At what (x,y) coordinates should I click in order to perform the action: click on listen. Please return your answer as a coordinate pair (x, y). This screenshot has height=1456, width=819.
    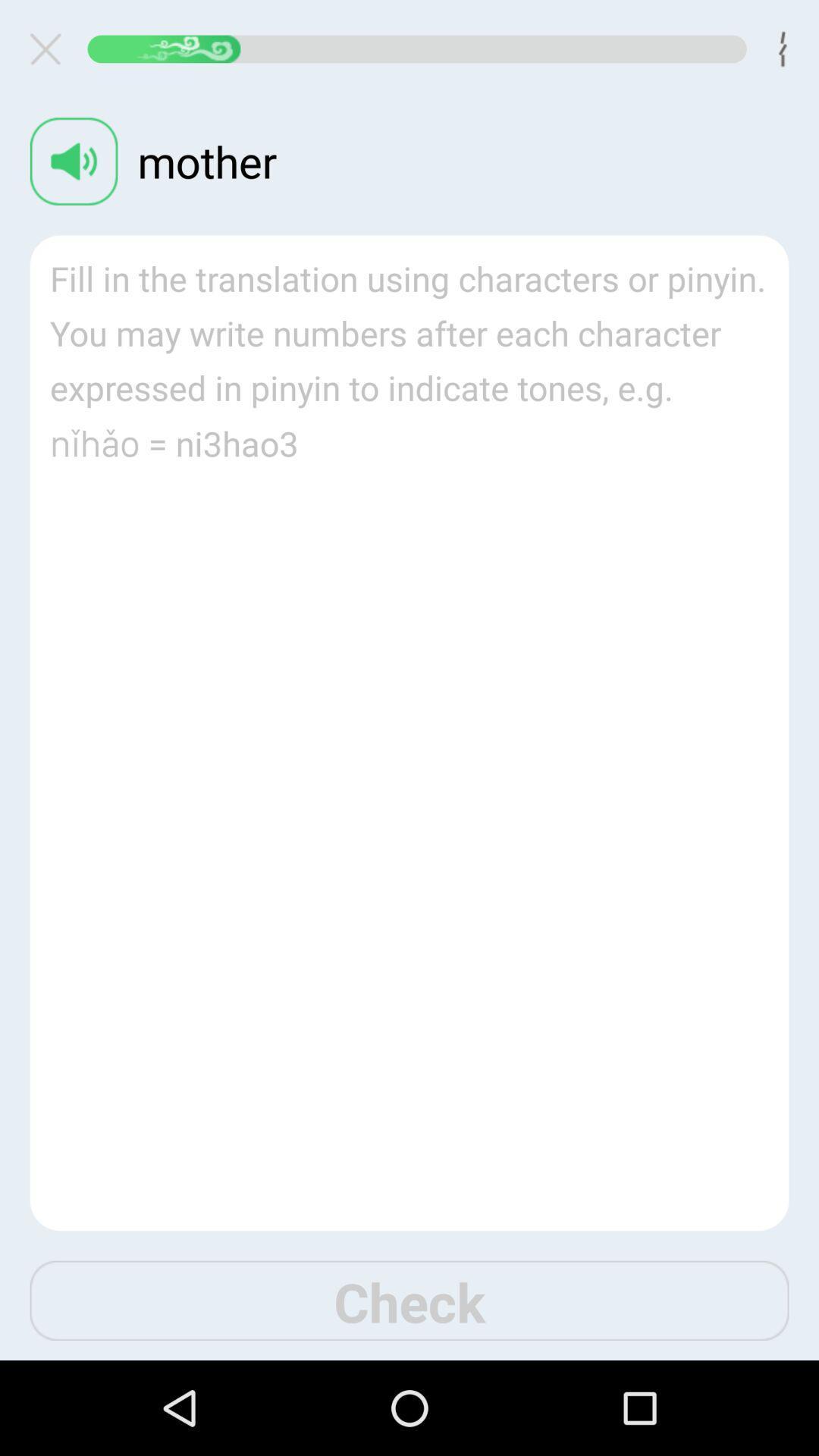
    Looking at the image, I should click on (74, 161).